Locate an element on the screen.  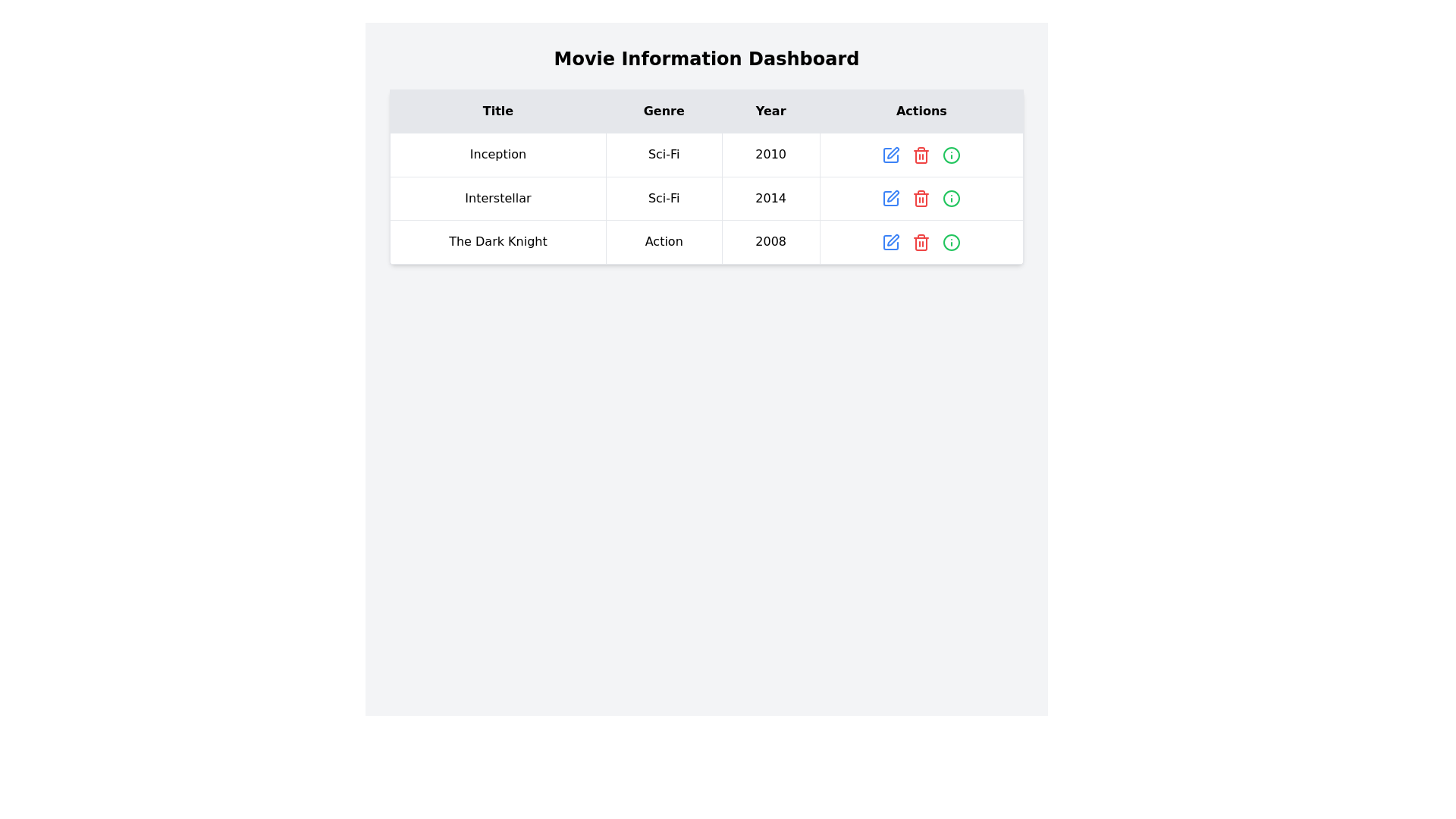
the trash icon located in the 'Actions' column of the second row in the table for the 'Interstellar' movie entry is located at coordinates (921, 156).